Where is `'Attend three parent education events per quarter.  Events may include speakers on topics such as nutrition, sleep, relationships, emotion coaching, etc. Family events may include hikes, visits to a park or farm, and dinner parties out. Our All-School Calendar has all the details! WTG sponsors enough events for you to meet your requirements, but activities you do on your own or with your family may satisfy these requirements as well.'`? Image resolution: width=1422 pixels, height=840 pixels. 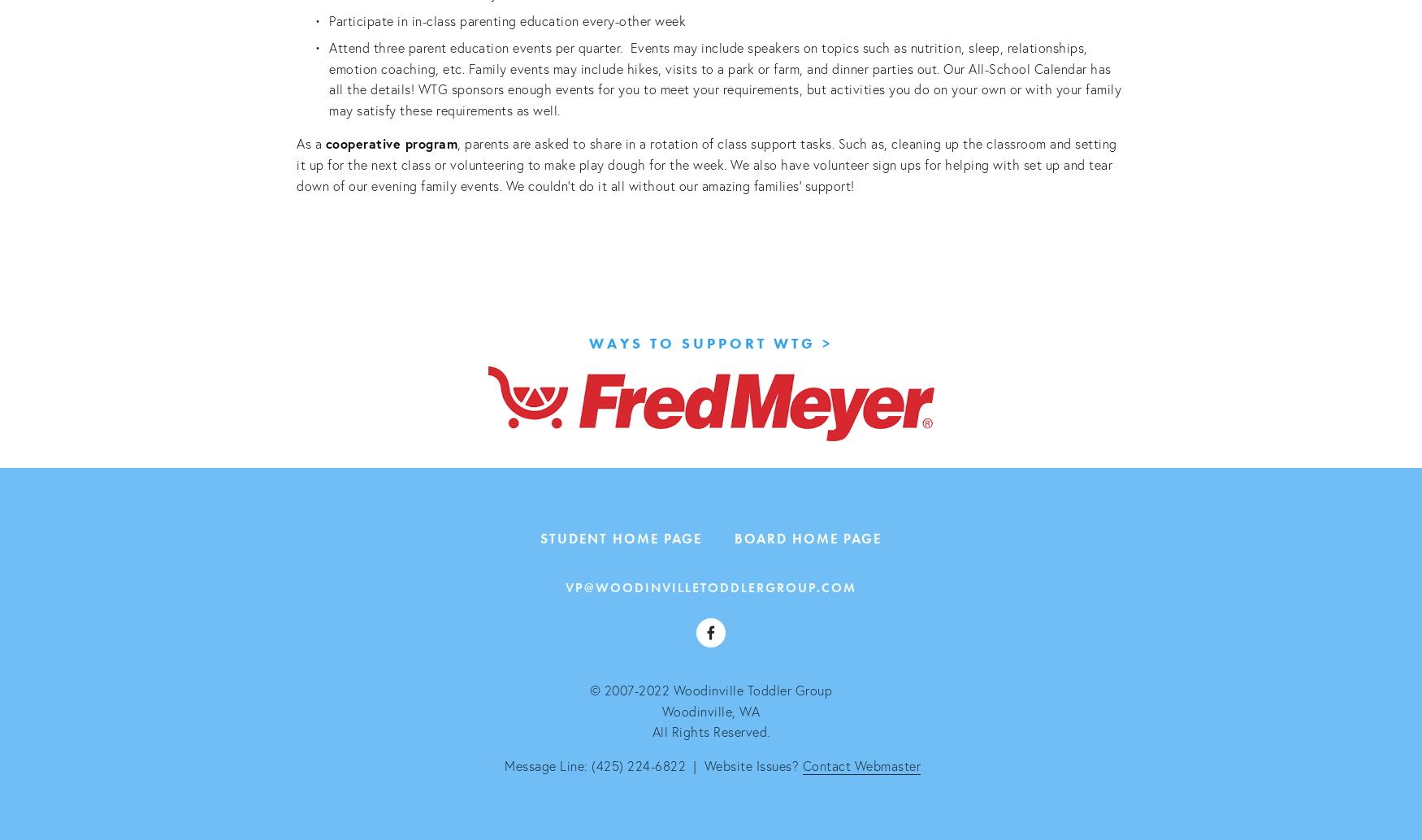
'Attend three parent education events per quarter.  Events may include speakers on topics such as nutrition, sleep, relationships, emotion coaching, etc. Family events may include hikes, visits to a park or farm, and dinner parties out. Our All-School Calendar has all the details! WTG sponsors enough events for you to meet your requirements, but activities you do on your own or with your family may satisfy these requirements as well.' is located at coordinates (726, 78).